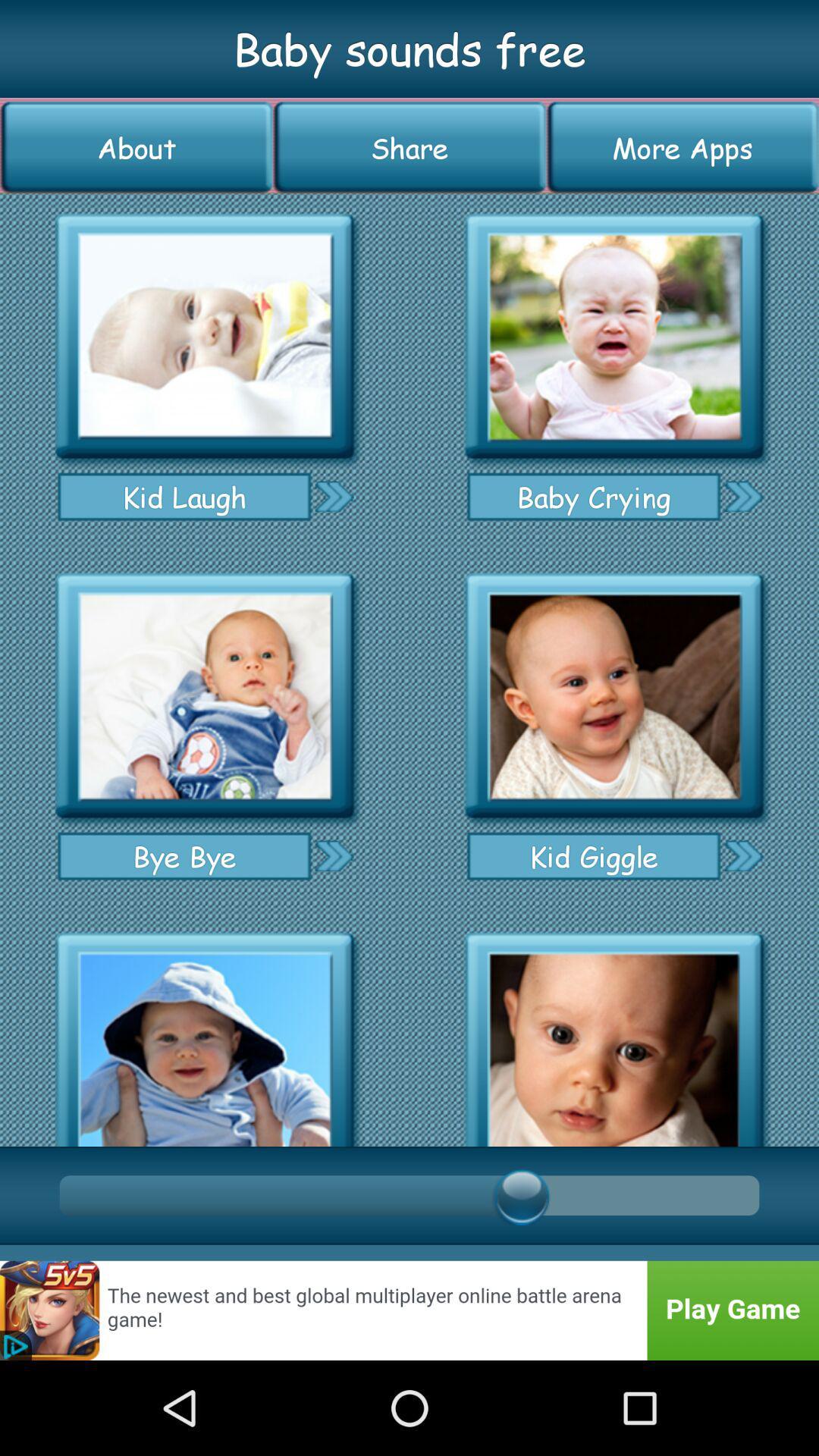 The width and height of the screenshot is (819, 1456). Describe the element at coordinates (614, 1034) in the screenshot. I see `last sound file` at that location.